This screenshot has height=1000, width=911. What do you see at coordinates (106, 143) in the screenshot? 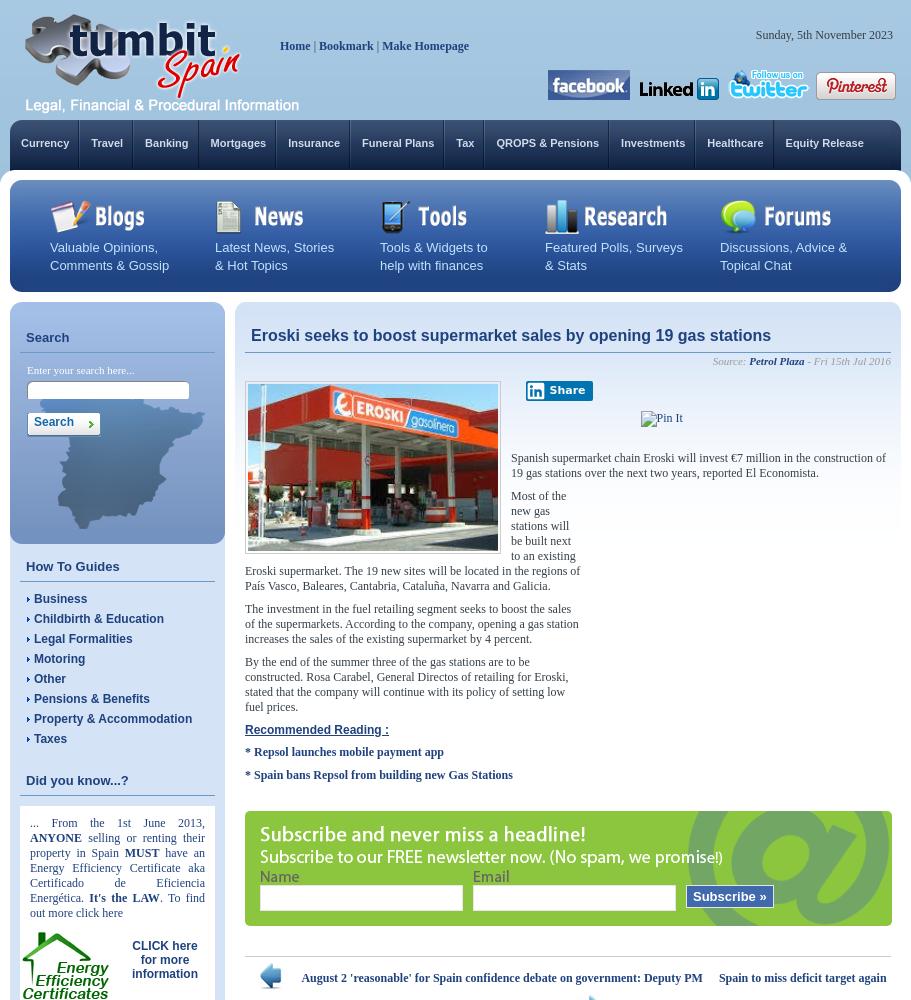
I see `'Travel'` at bounding box center [106, 143].